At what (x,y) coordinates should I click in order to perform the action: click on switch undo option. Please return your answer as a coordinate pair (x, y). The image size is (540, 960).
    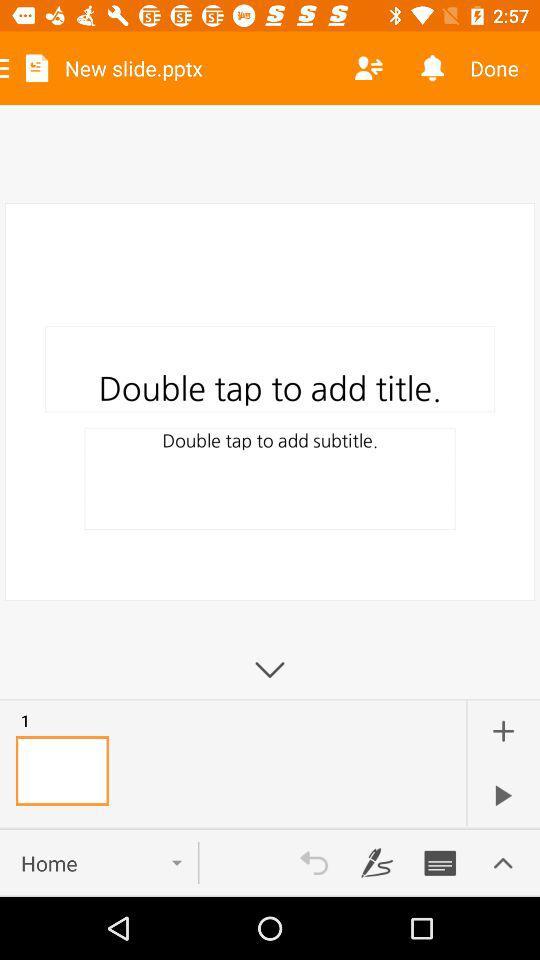
    Looking at the image, I should click on (314, 862).